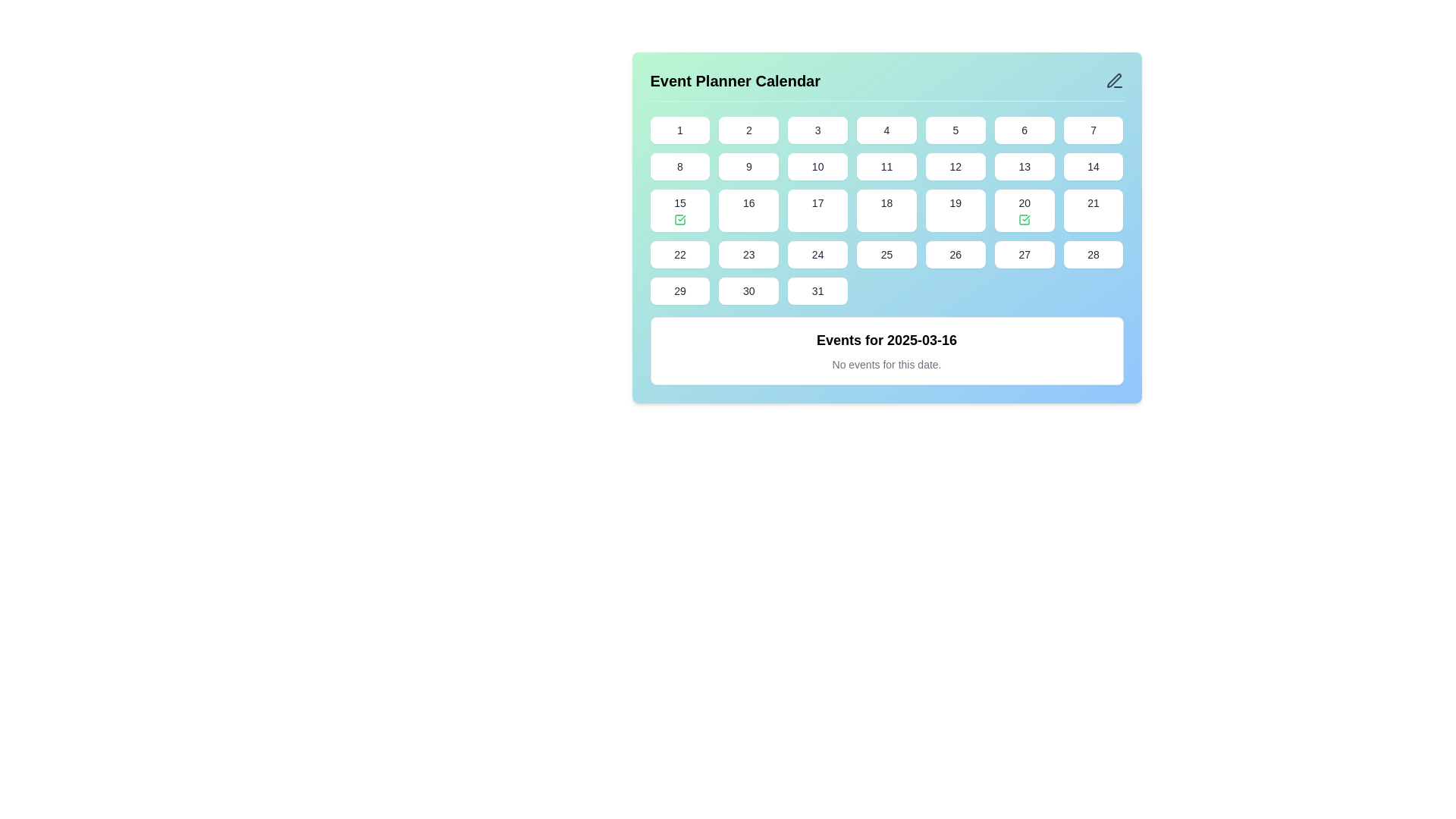  I want to click on the button representing the 18th day in the calendar, so click(886, 210).